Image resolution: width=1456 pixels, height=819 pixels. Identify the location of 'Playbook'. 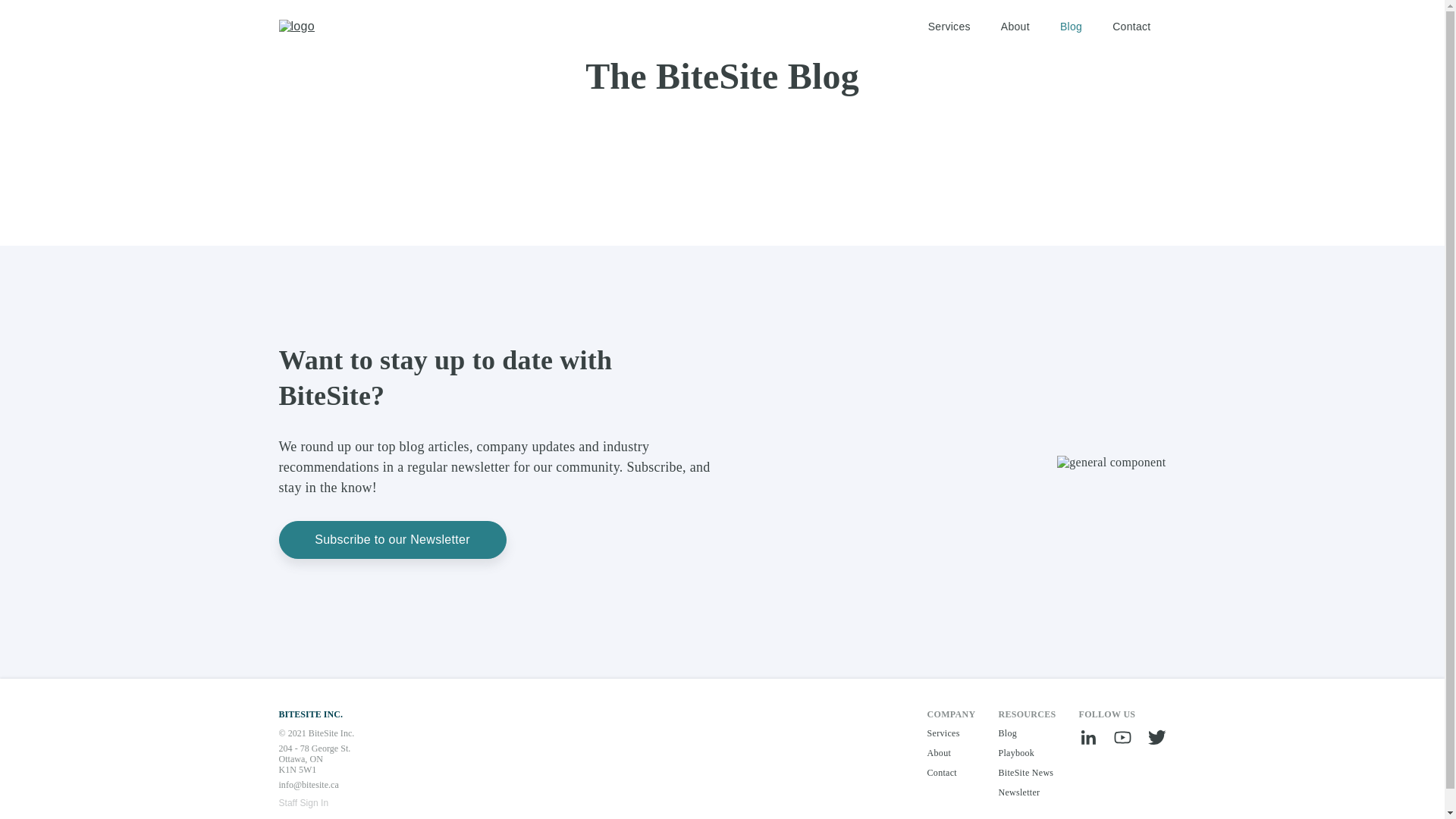
(1026, 752).